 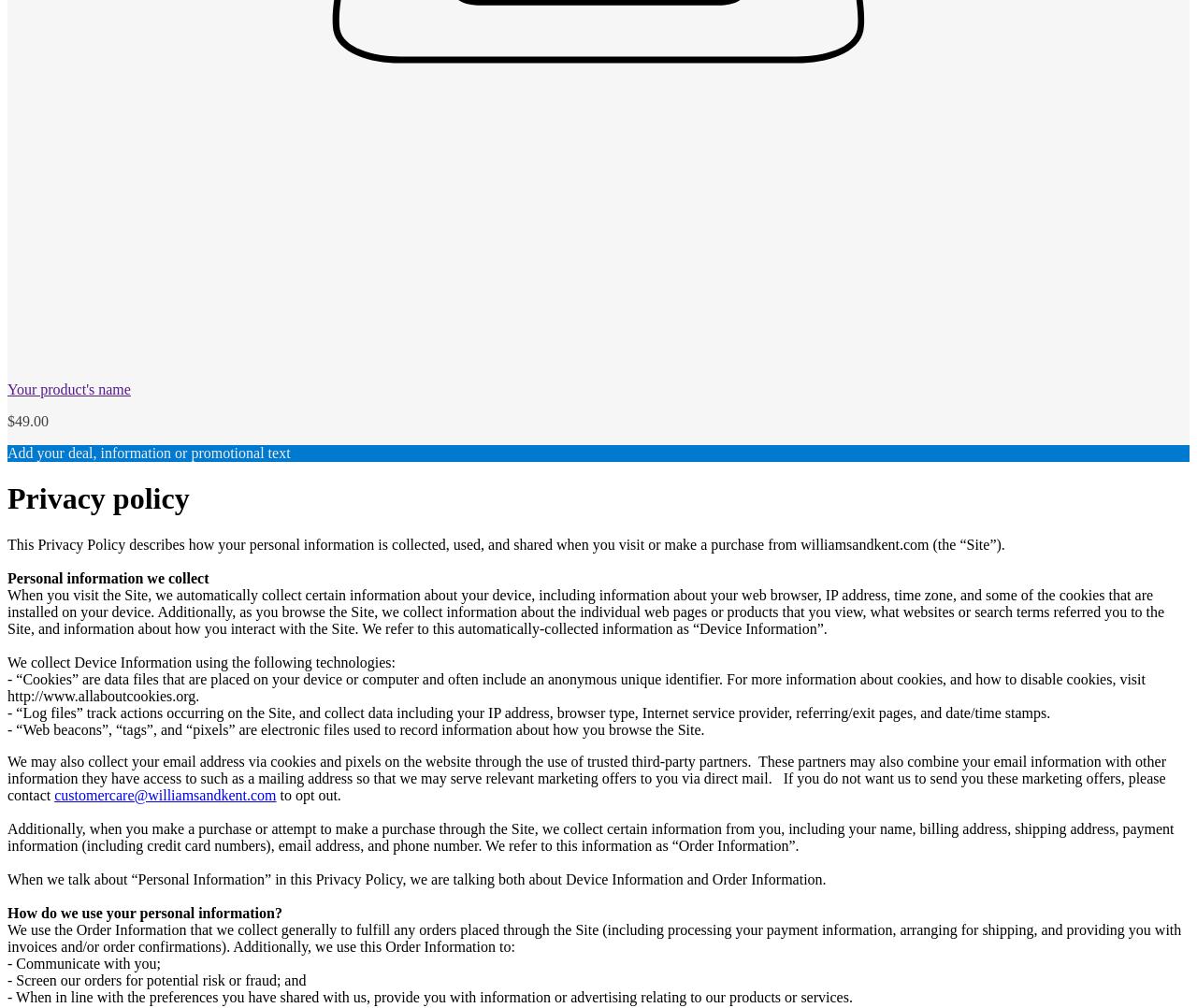 What do you see at coordinates (68, 388) in the screenshot?
I see `'Your product's name'` at bounding box center [68, 388].